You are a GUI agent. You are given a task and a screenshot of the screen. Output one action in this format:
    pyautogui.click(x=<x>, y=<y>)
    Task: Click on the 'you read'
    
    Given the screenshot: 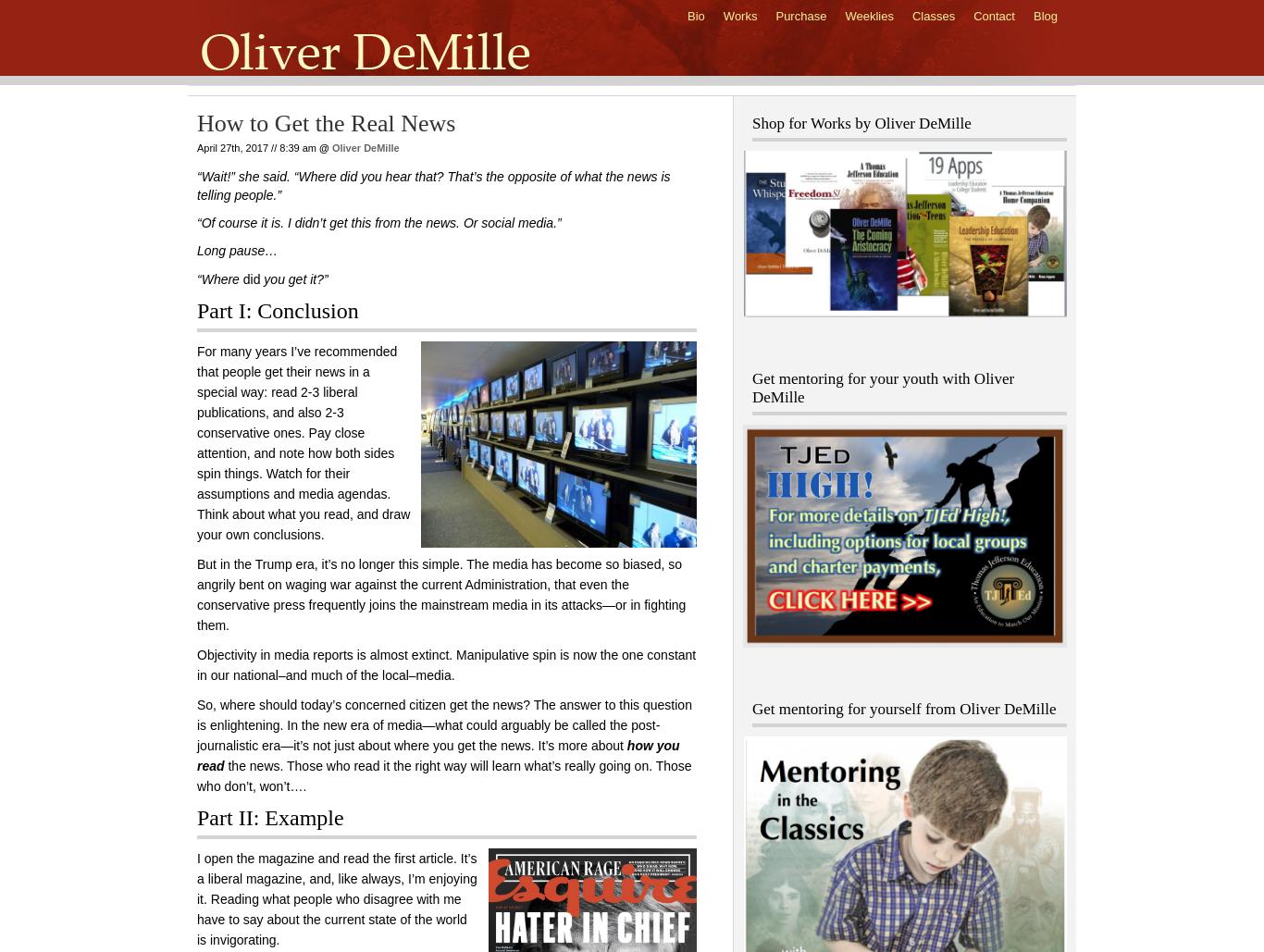 What is the action you would take?
    pyautogui.click(x=438, y=755)
    